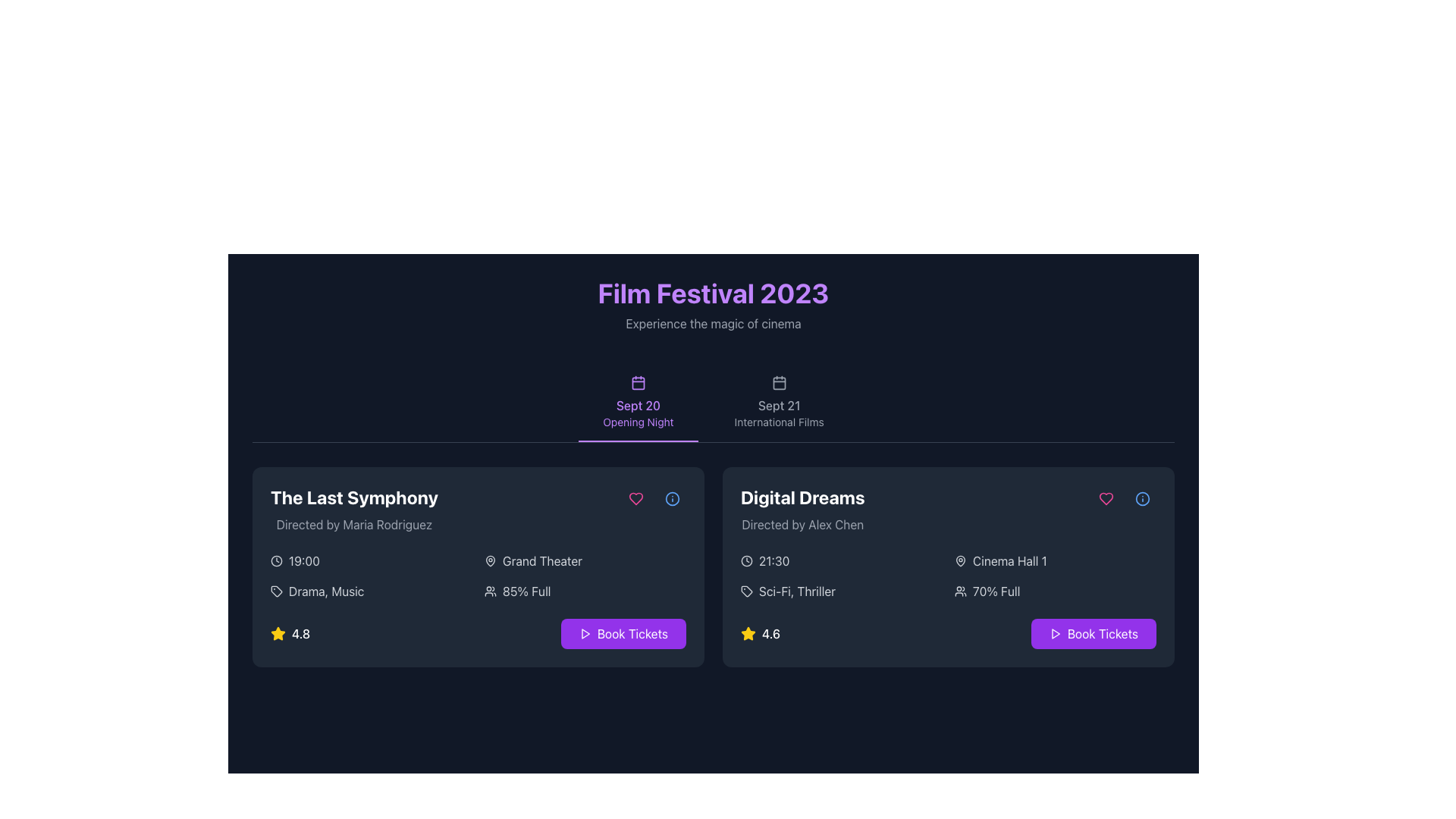 This screenshot has width=1456, height=819. Describe the element at coordinates (638, 402) in the screenshot. I see `the 'Opening Night' interactive button, which is the first item in a horizontal list of date-related options under the heading 'Film Festival 2023'` at that location.